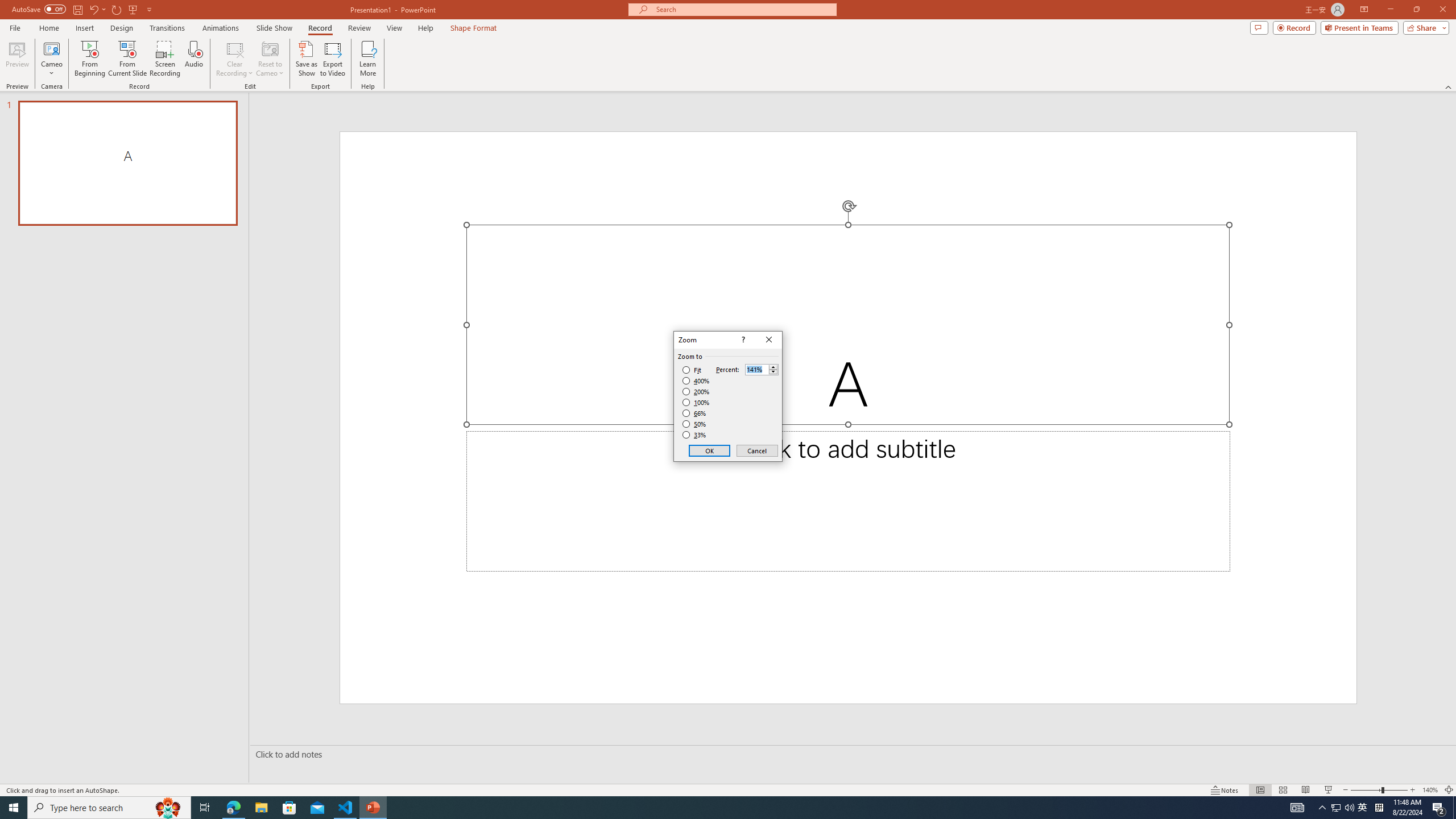  What do you see at coordinates (695, 423) in the screenshot?
I see `'50%'` at bounding box center [695, 423].